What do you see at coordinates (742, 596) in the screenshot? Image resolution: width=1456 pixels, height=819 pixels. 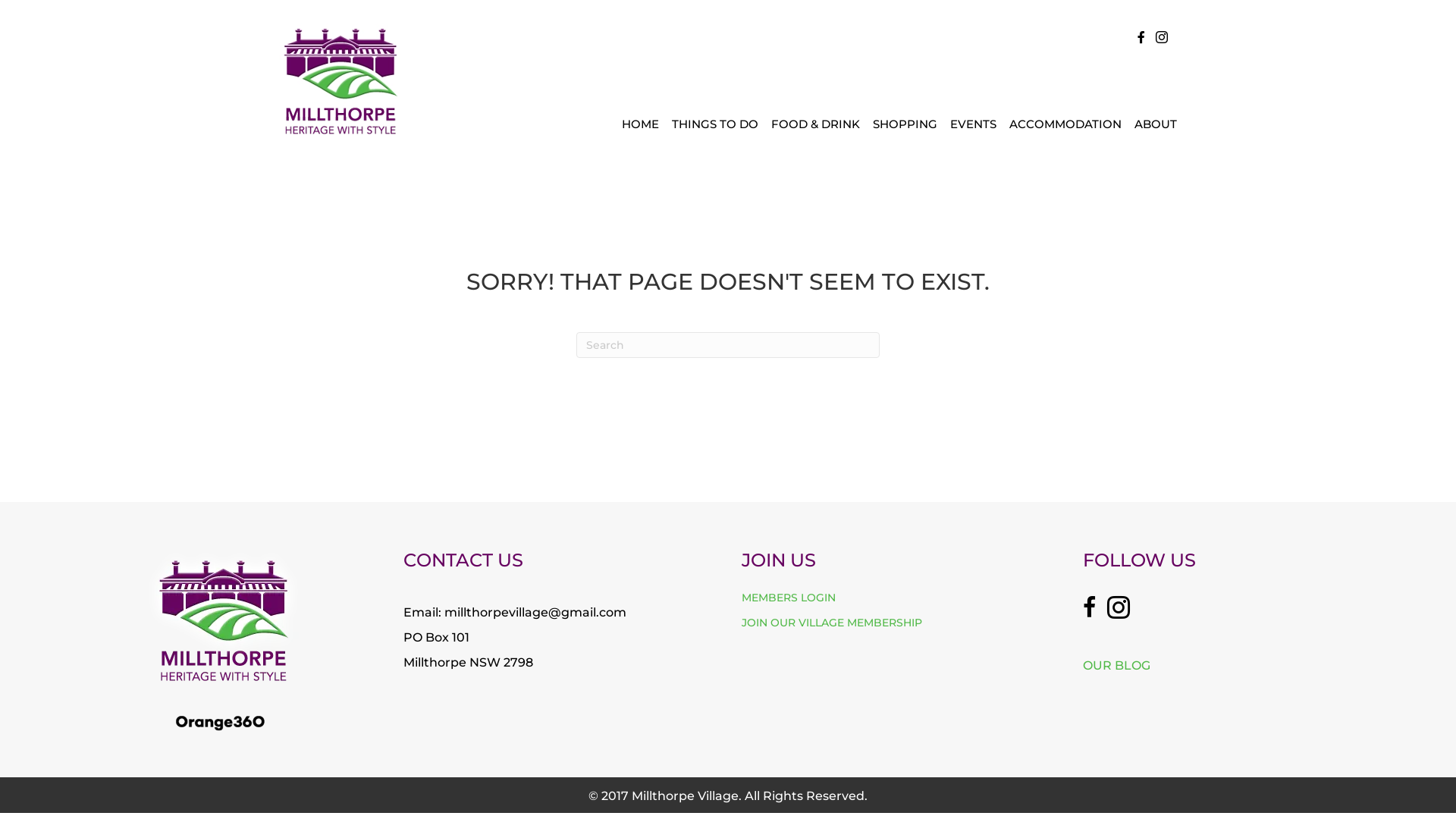 I see `'MEMBERS LOGIN'` at bounding box center [742, 596].